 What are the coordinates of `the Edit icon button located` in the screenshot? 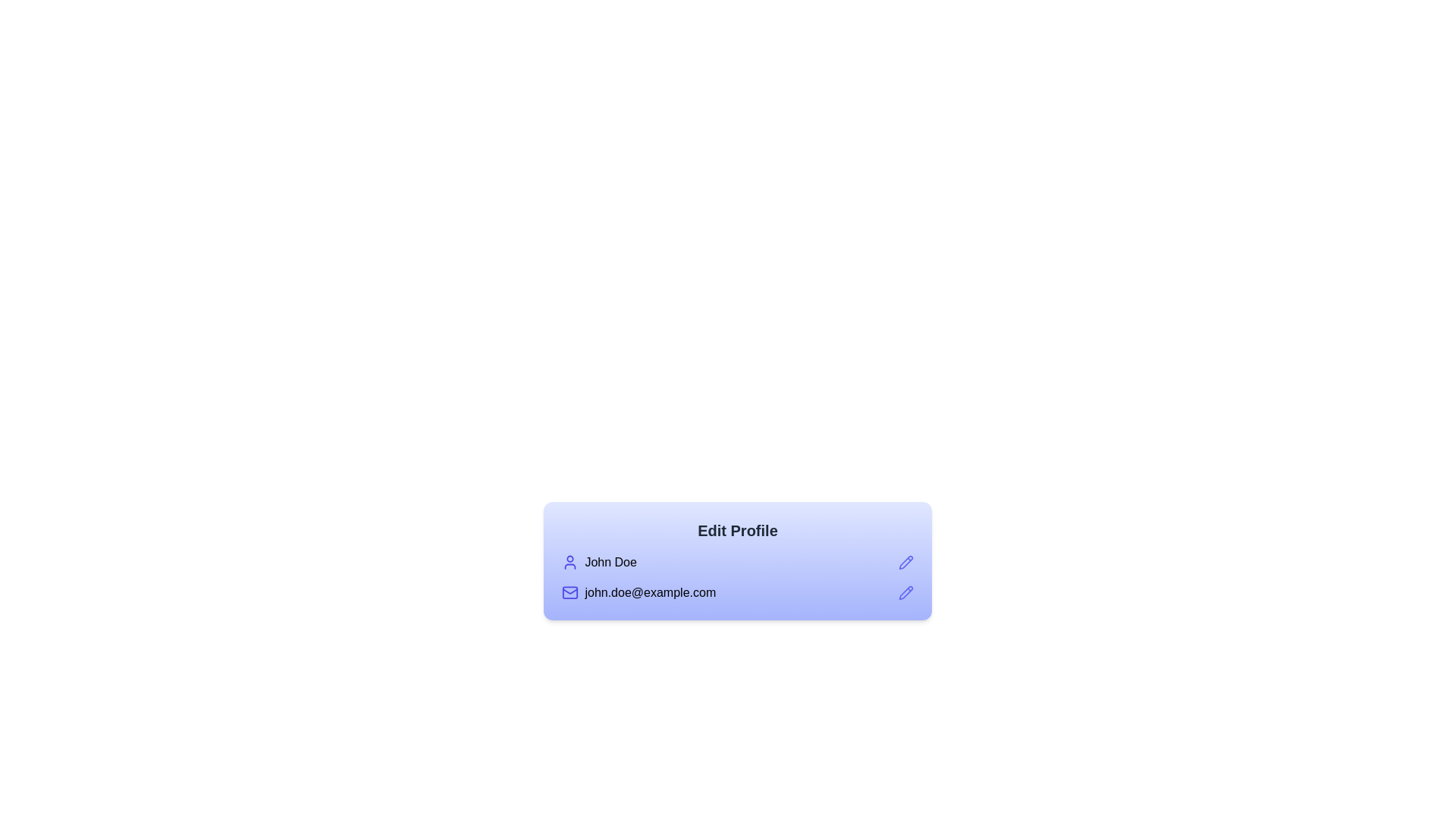 It's located at (906, 591).